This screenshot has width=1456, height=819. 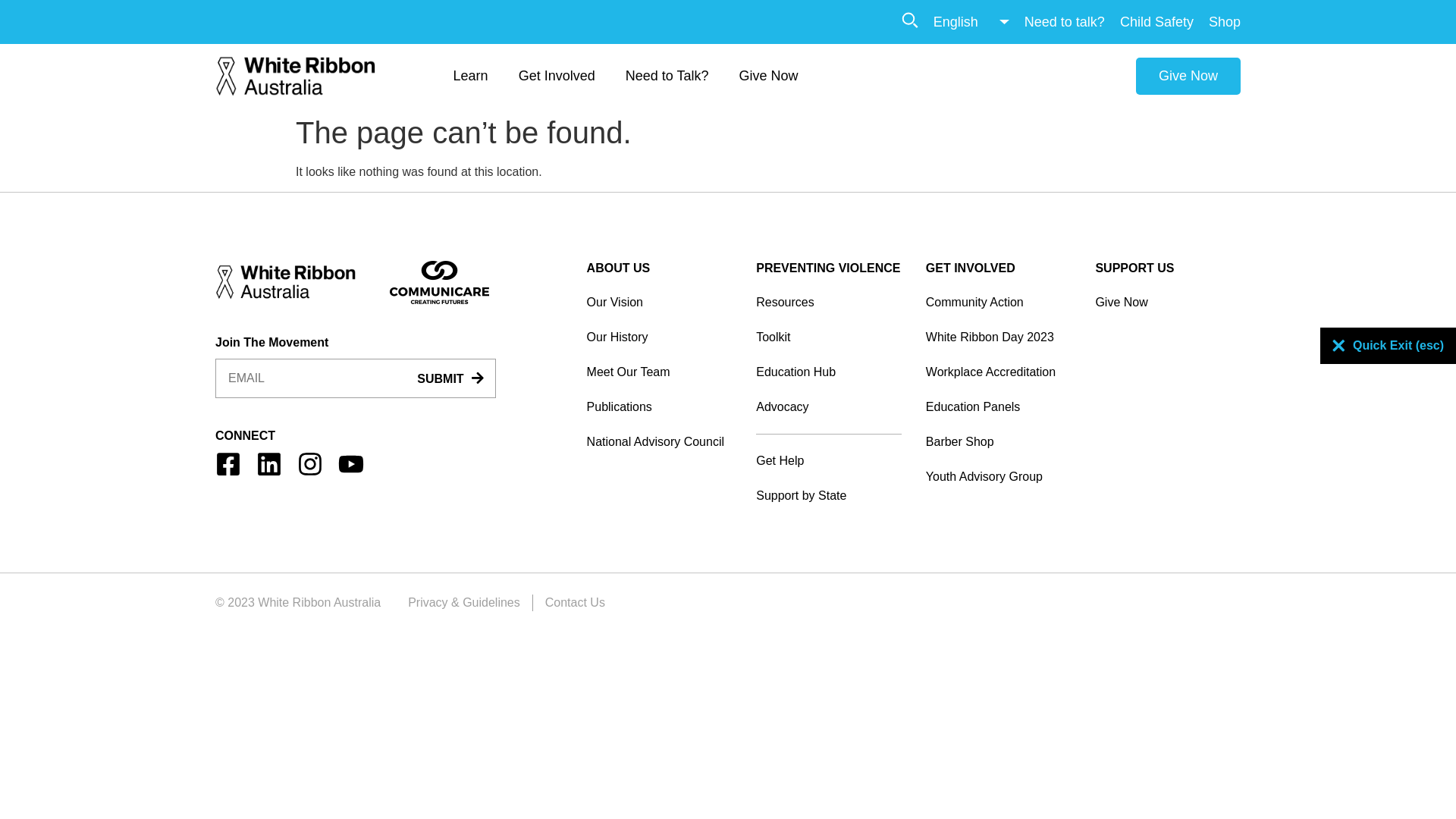 I want to click on 'White Ribbon Day 2023', so click(x=998, y=336).